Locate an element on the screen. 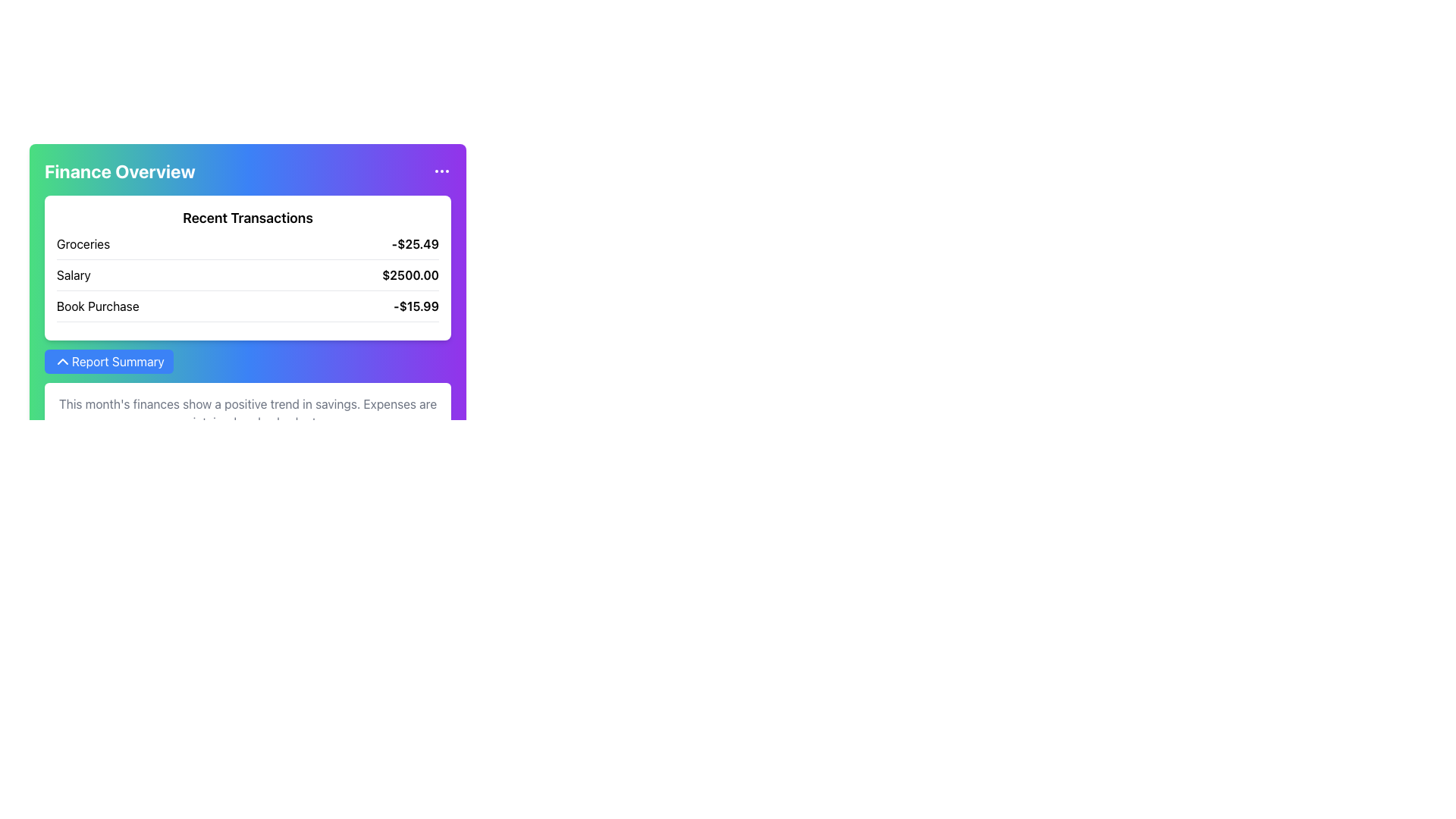  the informational Text block located at the bottom of the 'Finance Overview' section, directly below the 'Report Summary' button is located at coordinates (247, 413).